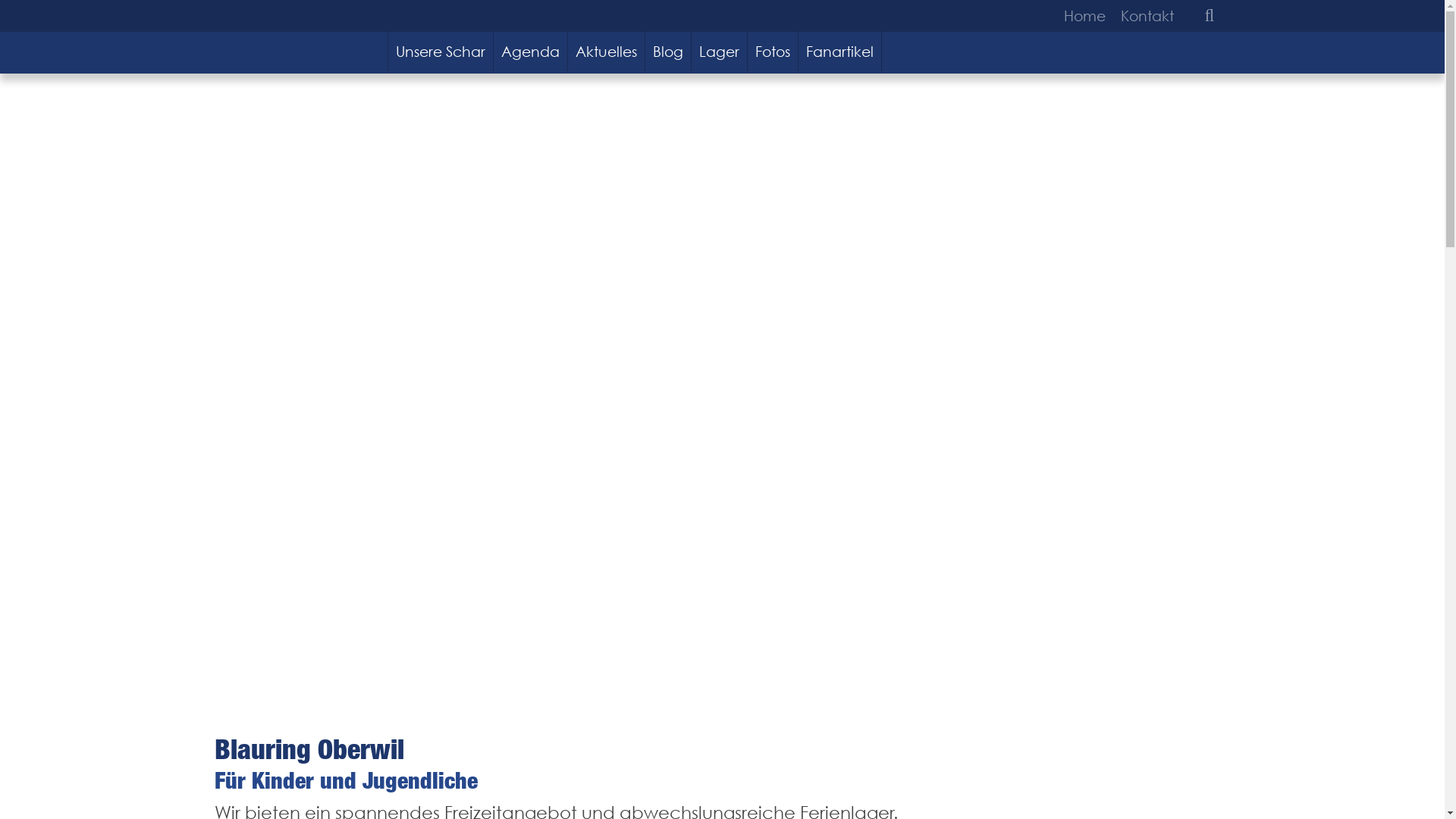 The height and width of the screenshot is (819, 1456). Describe the element at coordinates (667, 51) in the screenshot. I see `'Blog'` at that location.